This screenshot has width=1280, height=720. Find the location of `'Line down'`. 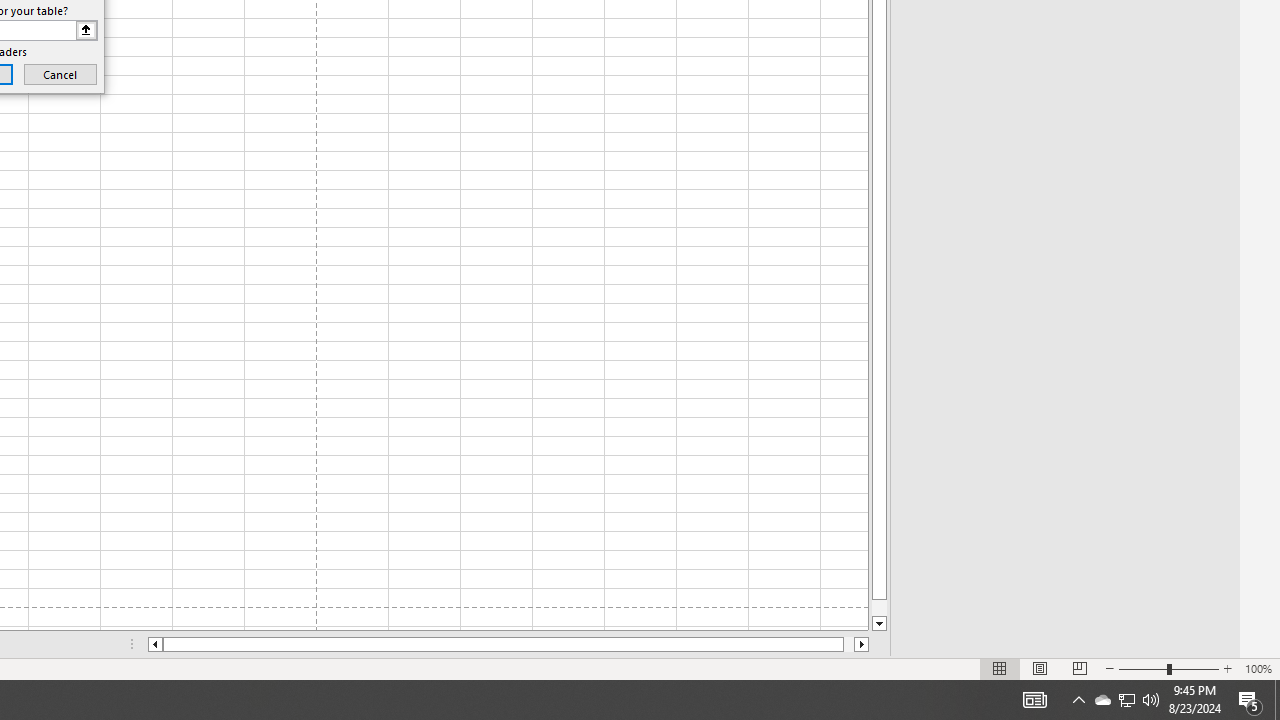

'Line down' is located at coordinates (879, 623).